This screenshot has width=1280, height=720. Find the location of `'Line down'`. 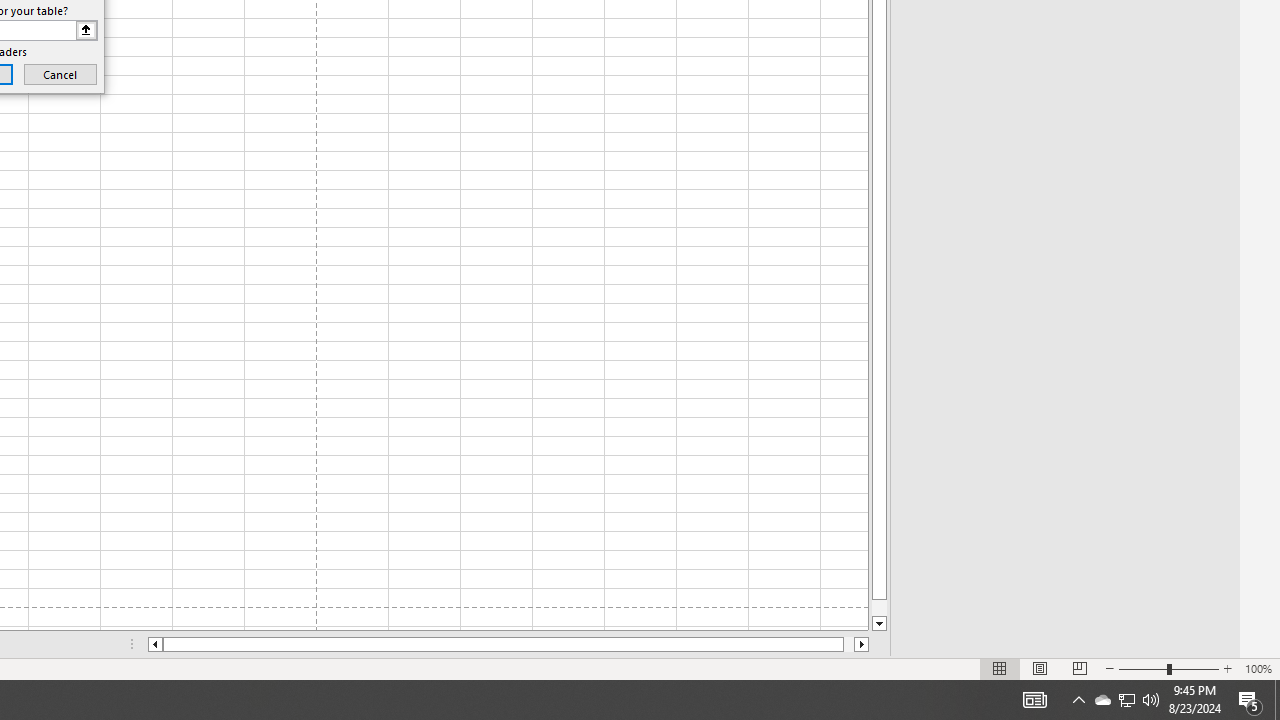

'Line down' is located at coordinates (879, 623).